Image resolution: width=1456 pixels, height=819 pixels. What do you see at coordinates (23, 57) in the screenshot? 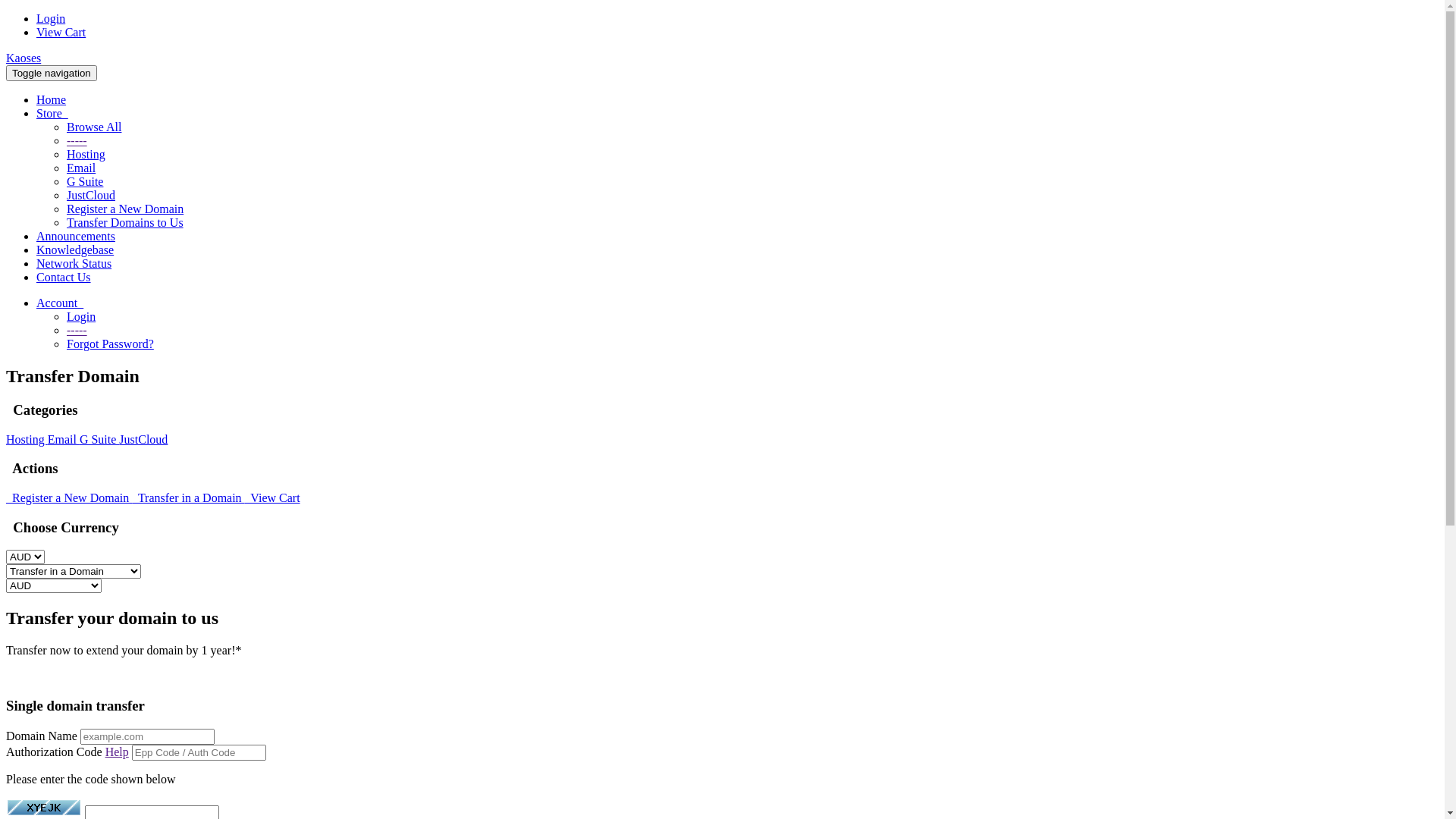
I see `'Kaoses'` at bounding box center [23, 57].